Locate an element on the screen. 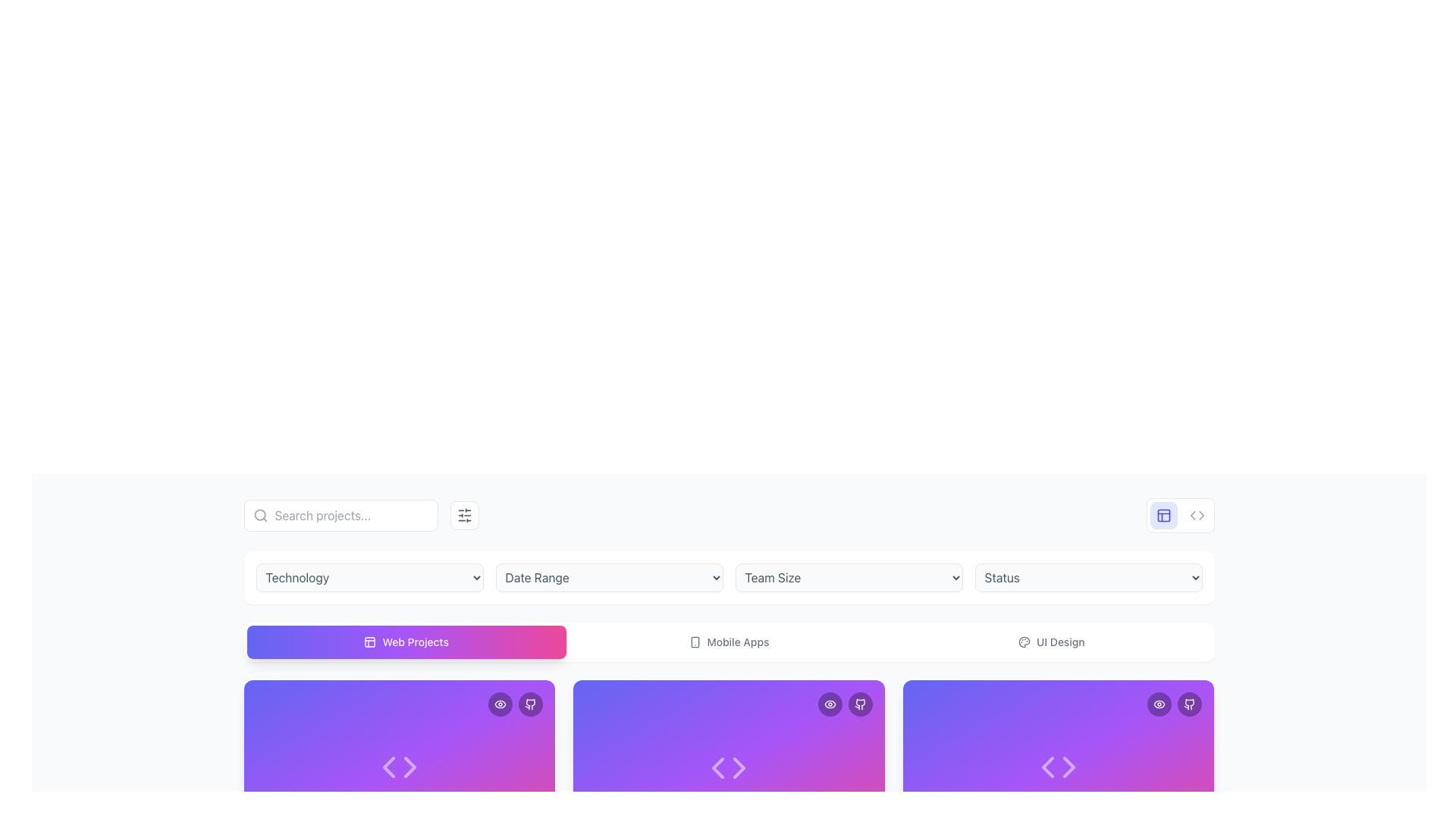 The height and width of the screenshot is (819, 1456). the interactive button with rounded corners and a code-related icon, located at the top-right corner of the interface is located at coordinates (1196, 514).